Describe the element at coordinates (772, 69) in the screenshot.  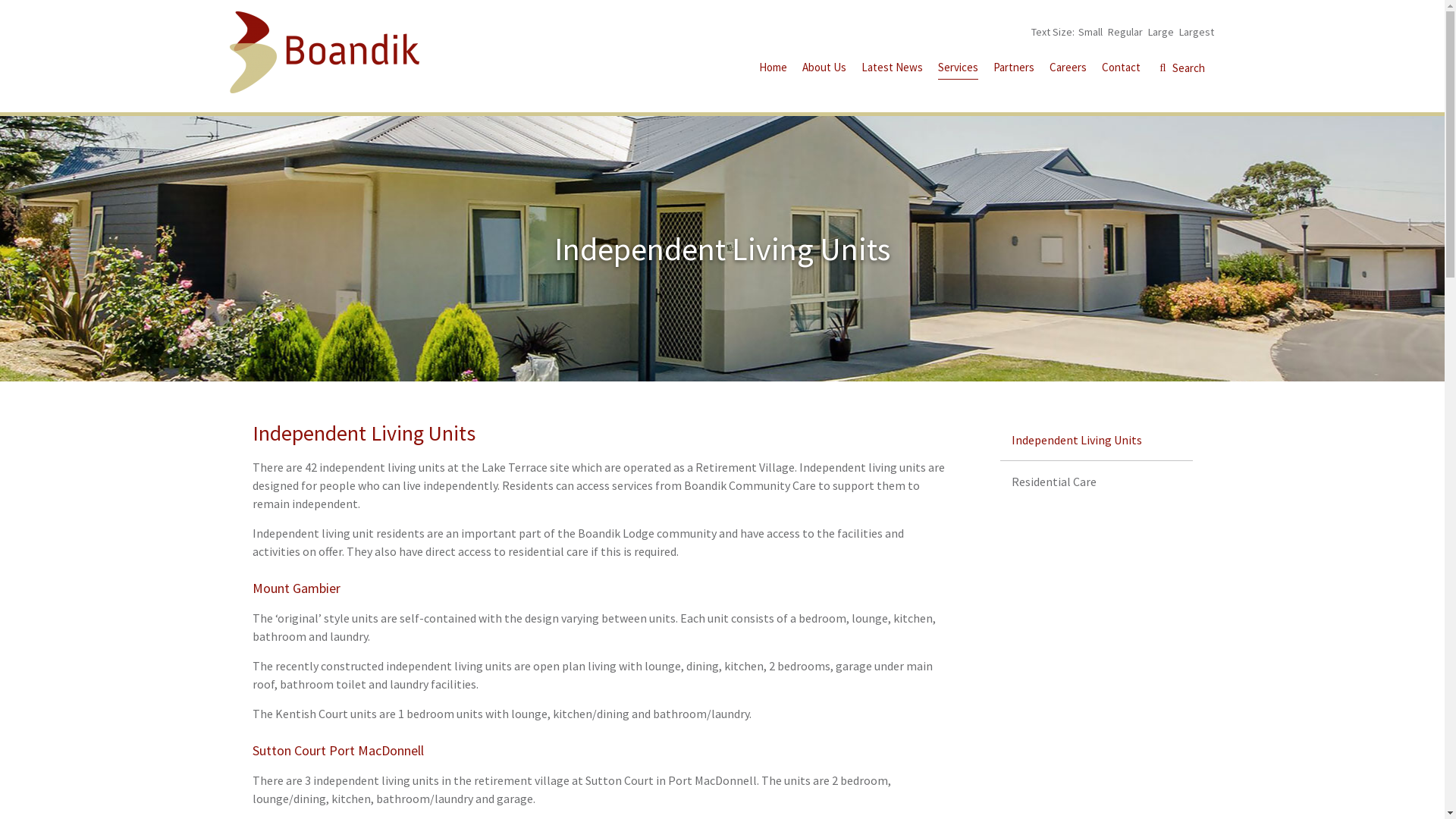
I see `'Home'` at that location.